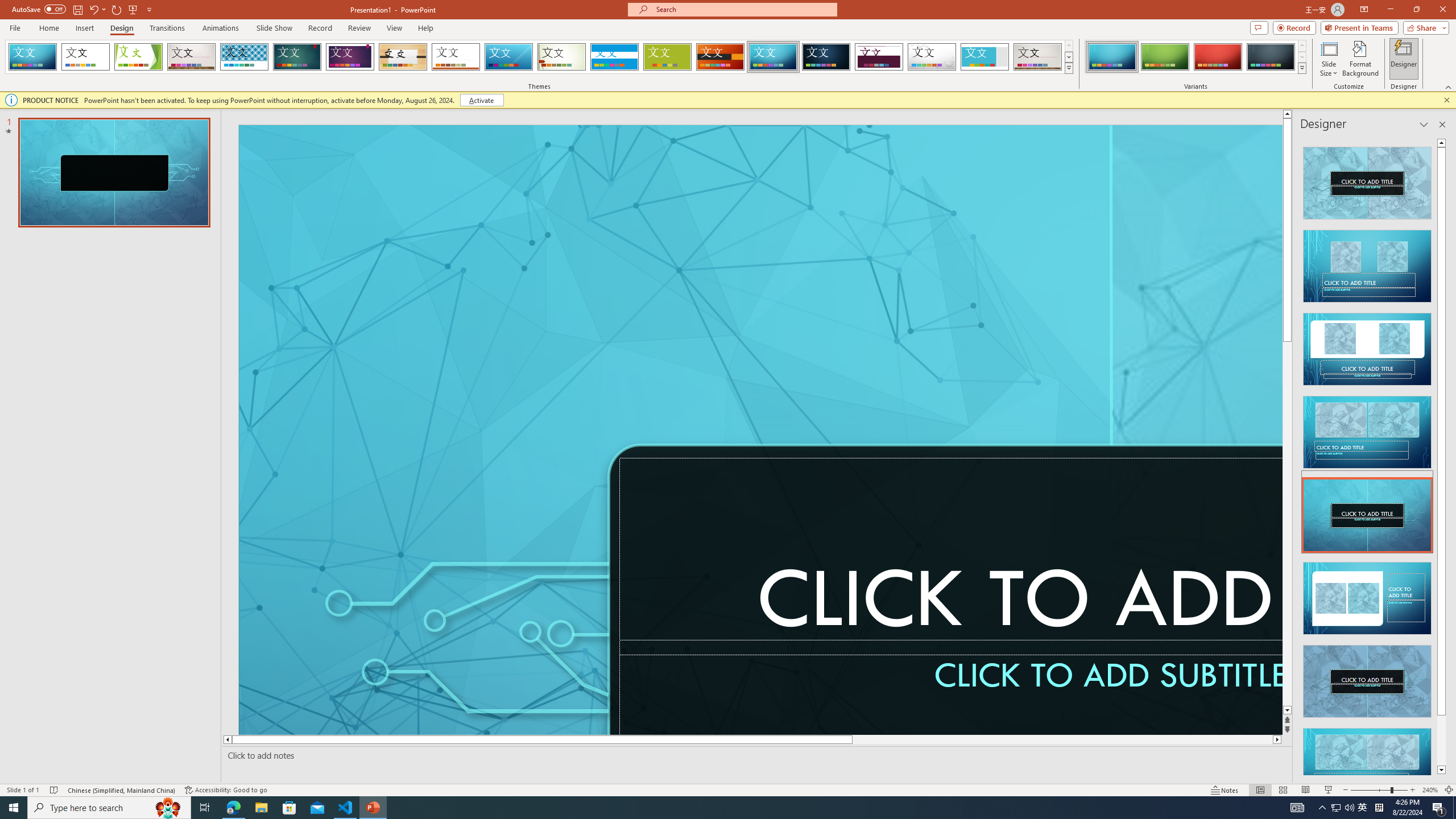  What do you see at coordinates (1164, 56) in the screenshot?
I see `'Circuit Variant 2'` at bounding box center [1164, 56].